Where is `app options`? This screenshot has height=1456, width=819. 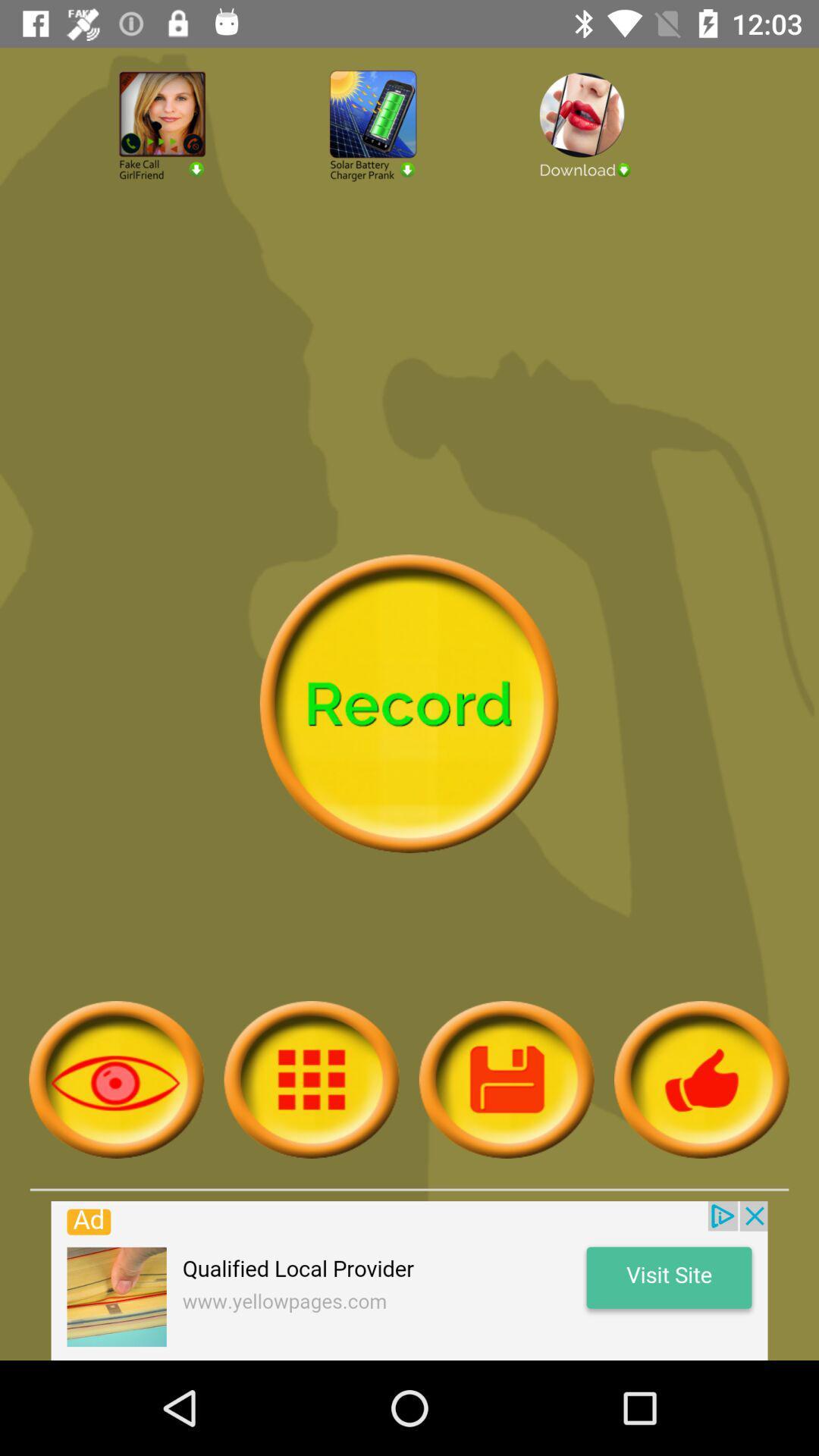 app options is located at coordinates (311, 1078).